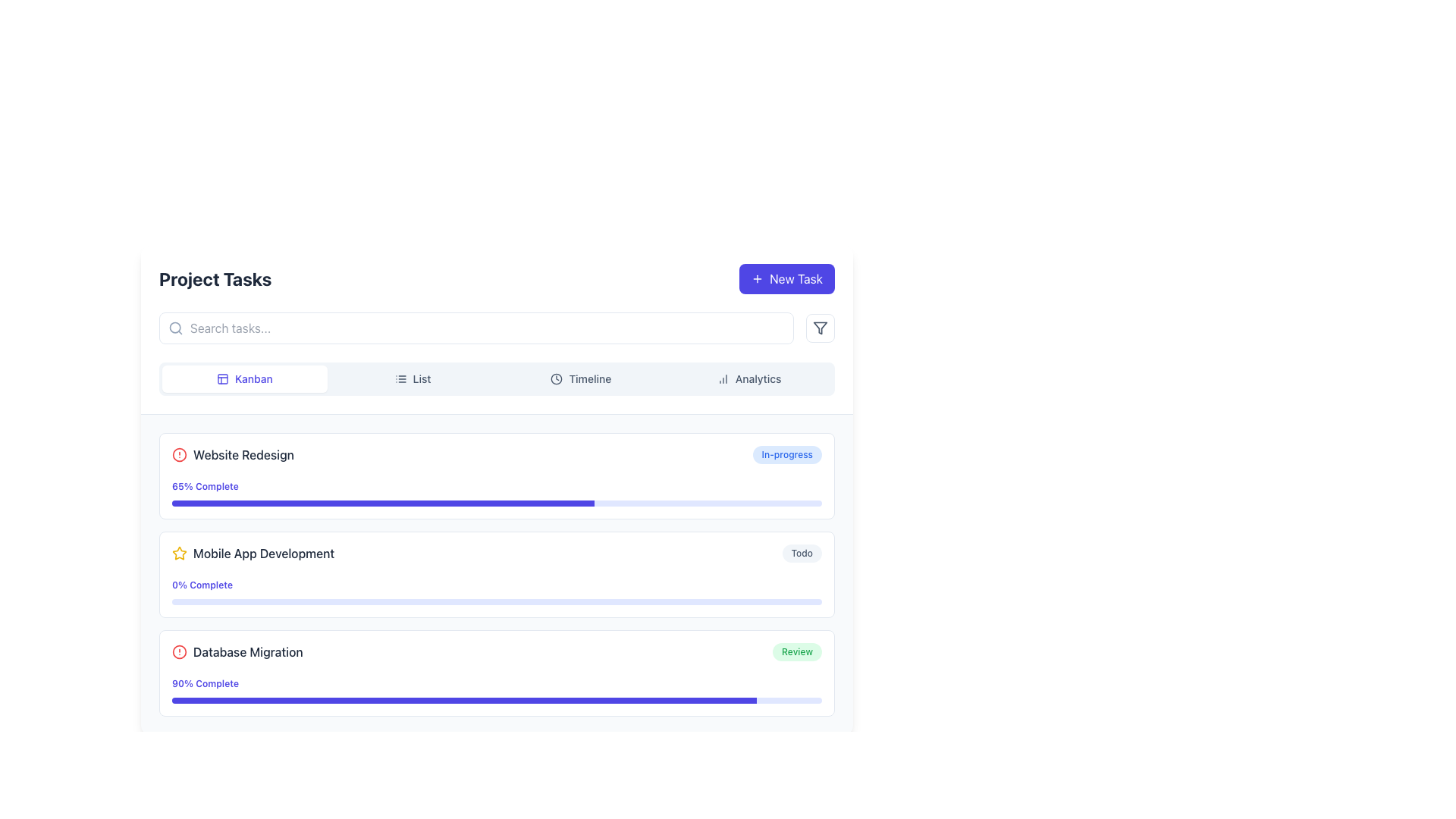  What do you see at coordinates (264, 553) in the screenshot?
I see `the text label that serves as the title for the second task entry in the task list, which is located centrally within the list item and adjacent to a star icon` at bounding box center [264, 553].